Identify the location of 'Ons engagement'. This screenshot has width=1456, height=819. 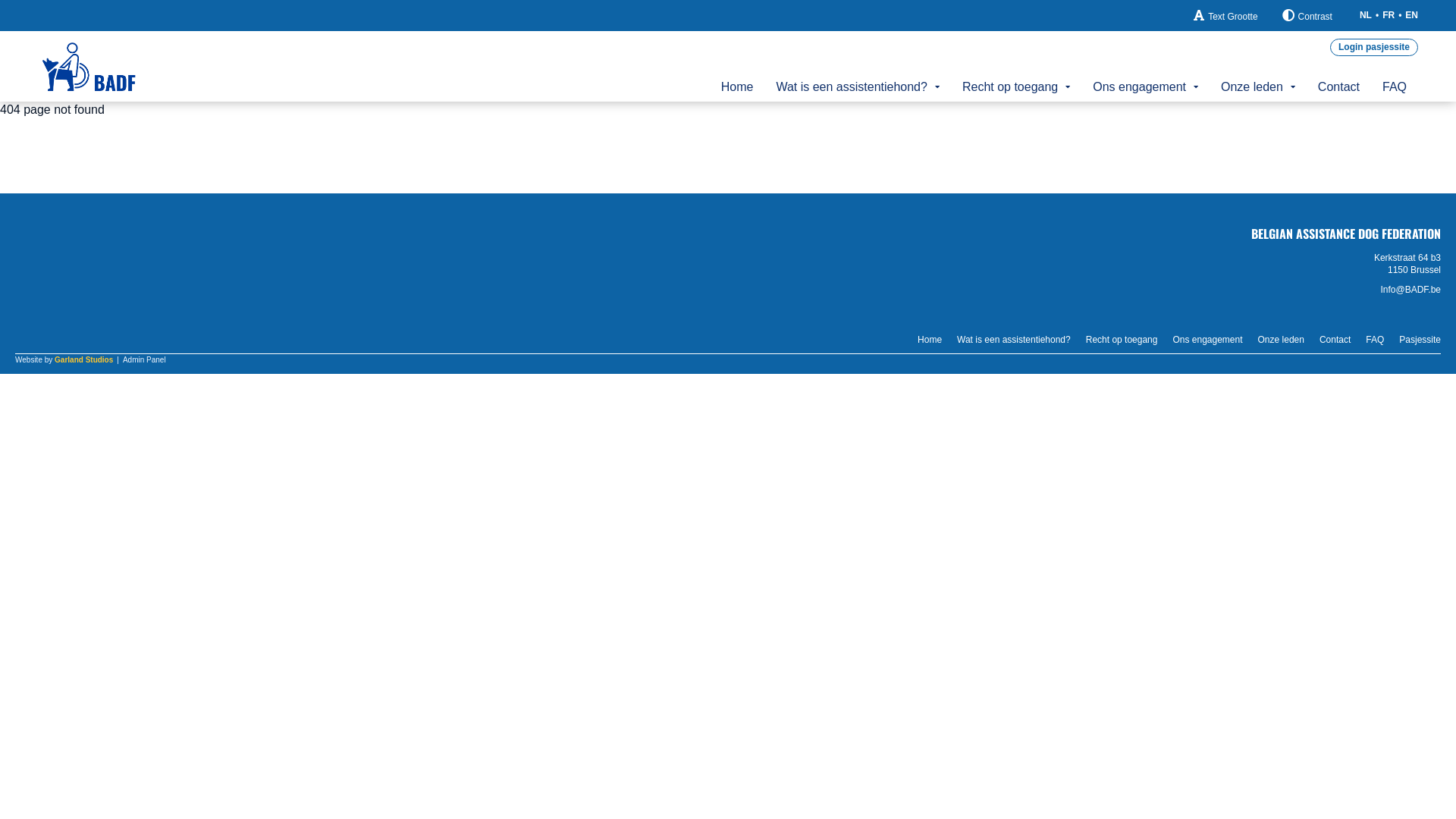
(1145, 86).